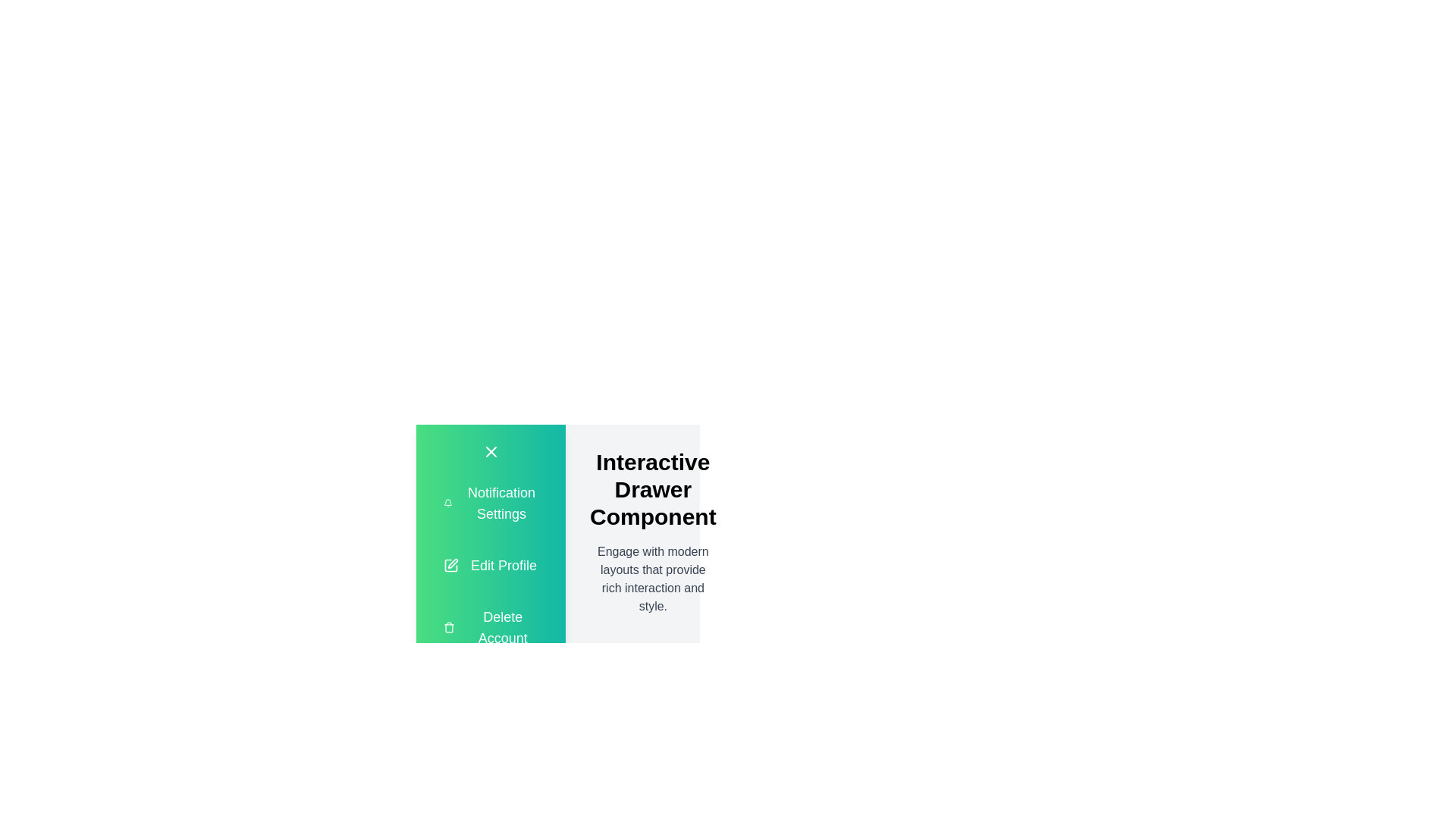 The width and height of the screenshot is (1456, 819). Describe the element at coordinates (491, 565) in the screenshot. I see `the 'Edit Profile' button` at that location.